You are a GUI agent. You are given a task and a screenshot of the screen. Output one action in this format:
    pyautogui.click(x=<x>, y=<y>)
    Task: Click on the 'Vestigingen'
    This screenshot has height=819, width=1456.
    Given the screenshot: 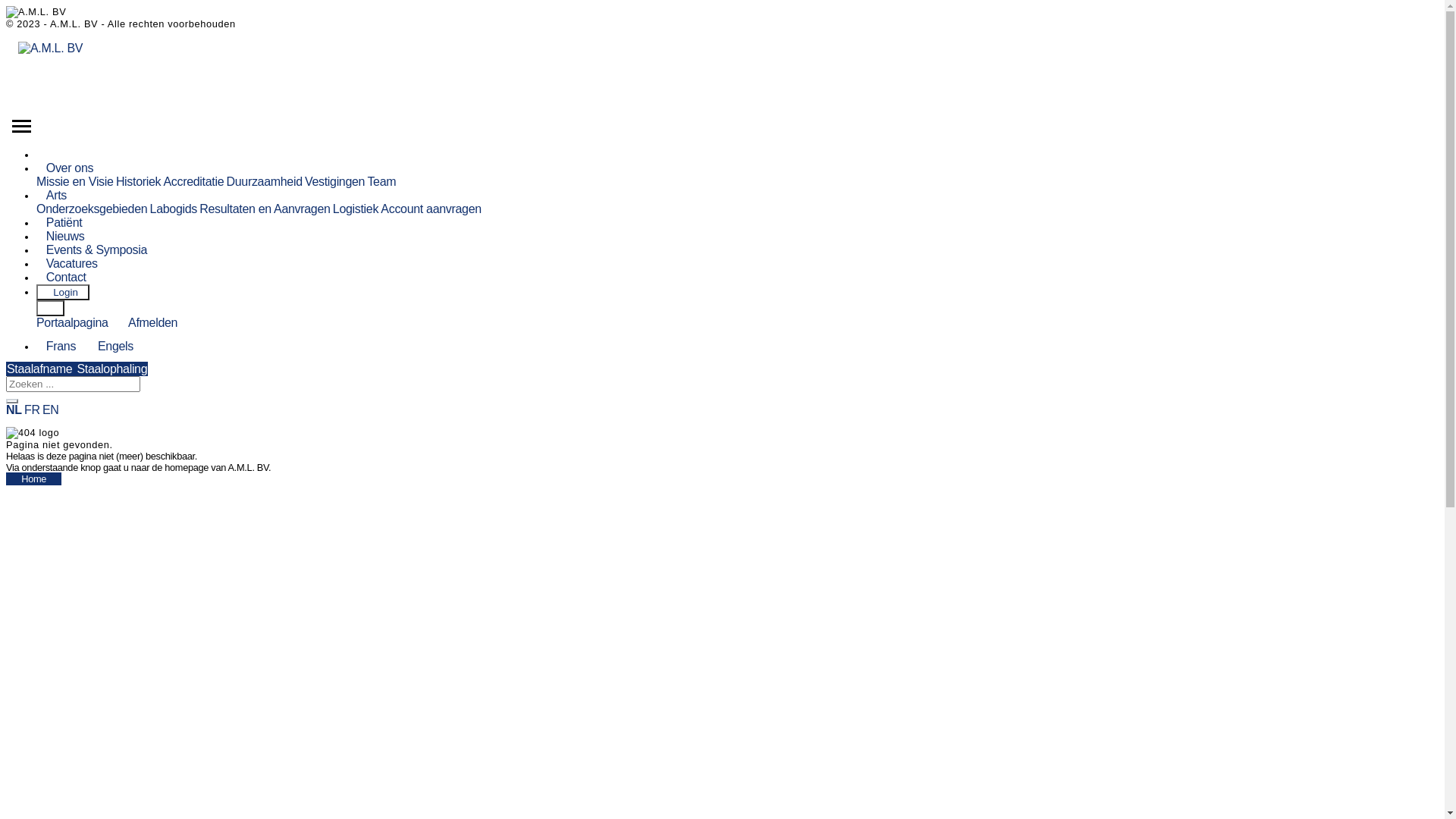 What is the action you would take?
    pyautogui.click(x=334, y=180)
    